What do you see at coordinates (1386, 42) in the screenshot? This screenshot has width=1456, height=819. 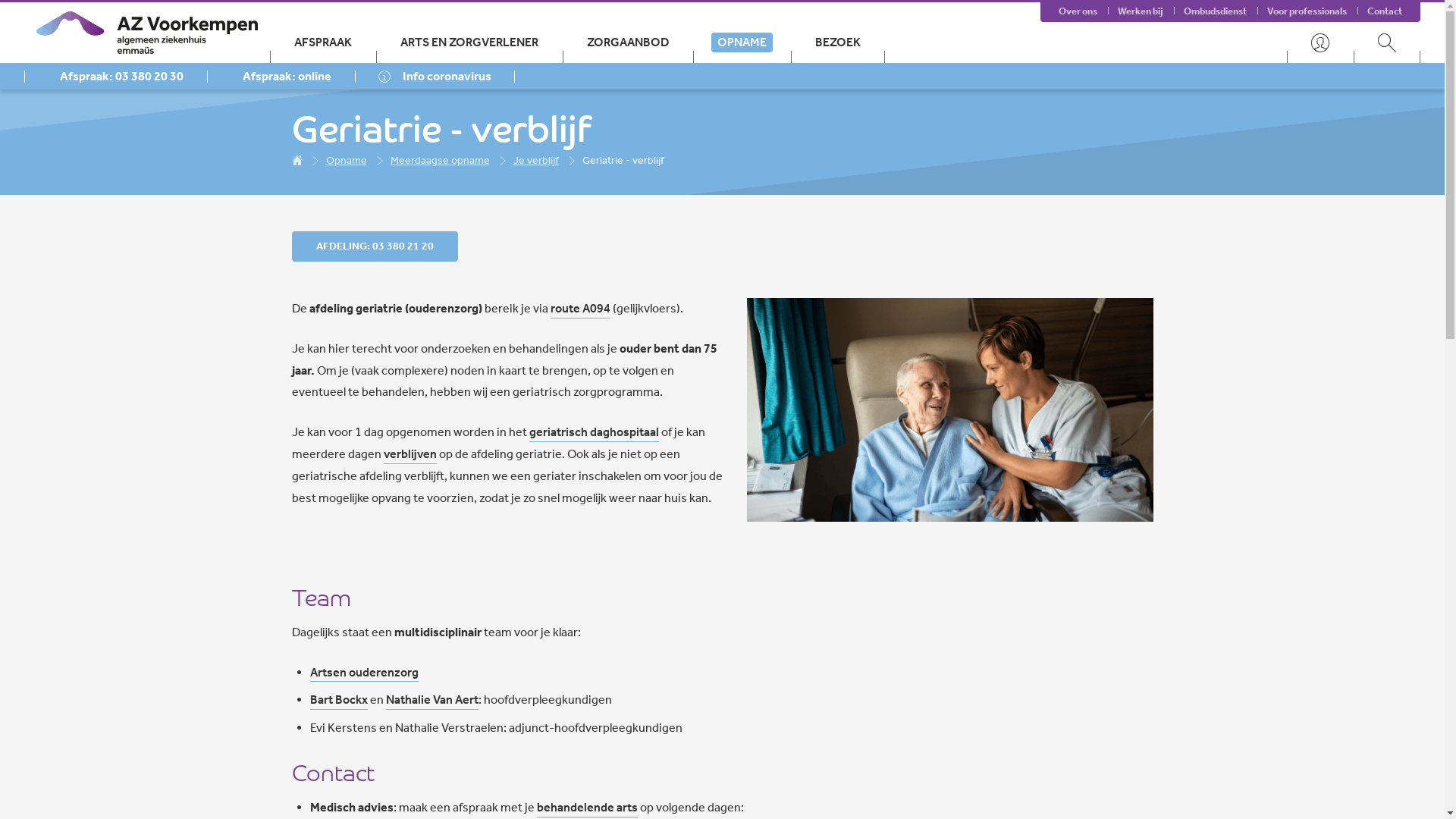 I see `'Search menu'` at bounding box center [1386, 42].